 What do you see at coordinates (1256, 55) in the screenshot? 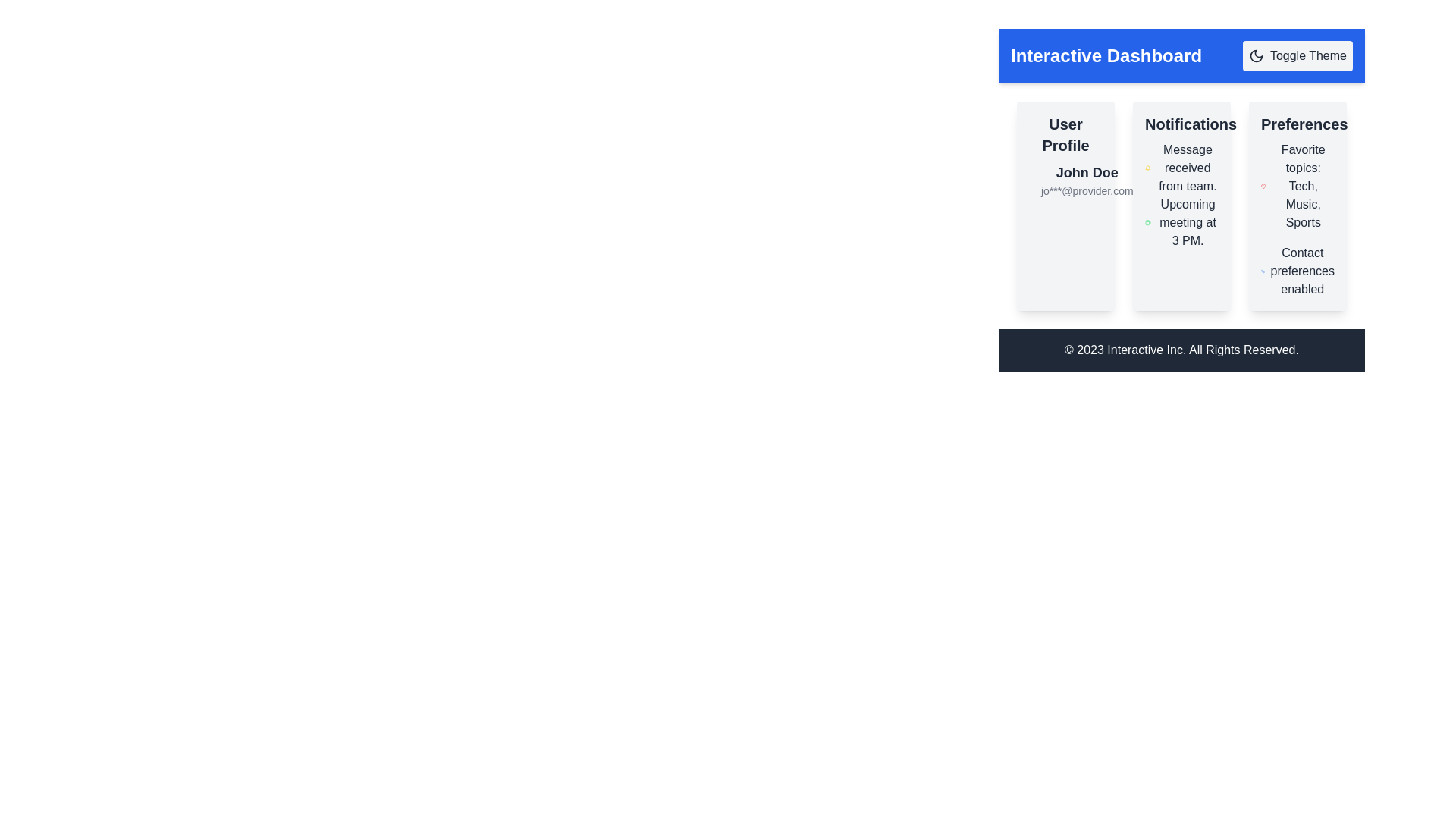
I see `the theme toggle icon located in the top-right corner of the interface, beside the 'Interactive Dashboard' title` at bounding box center [1256, 55].